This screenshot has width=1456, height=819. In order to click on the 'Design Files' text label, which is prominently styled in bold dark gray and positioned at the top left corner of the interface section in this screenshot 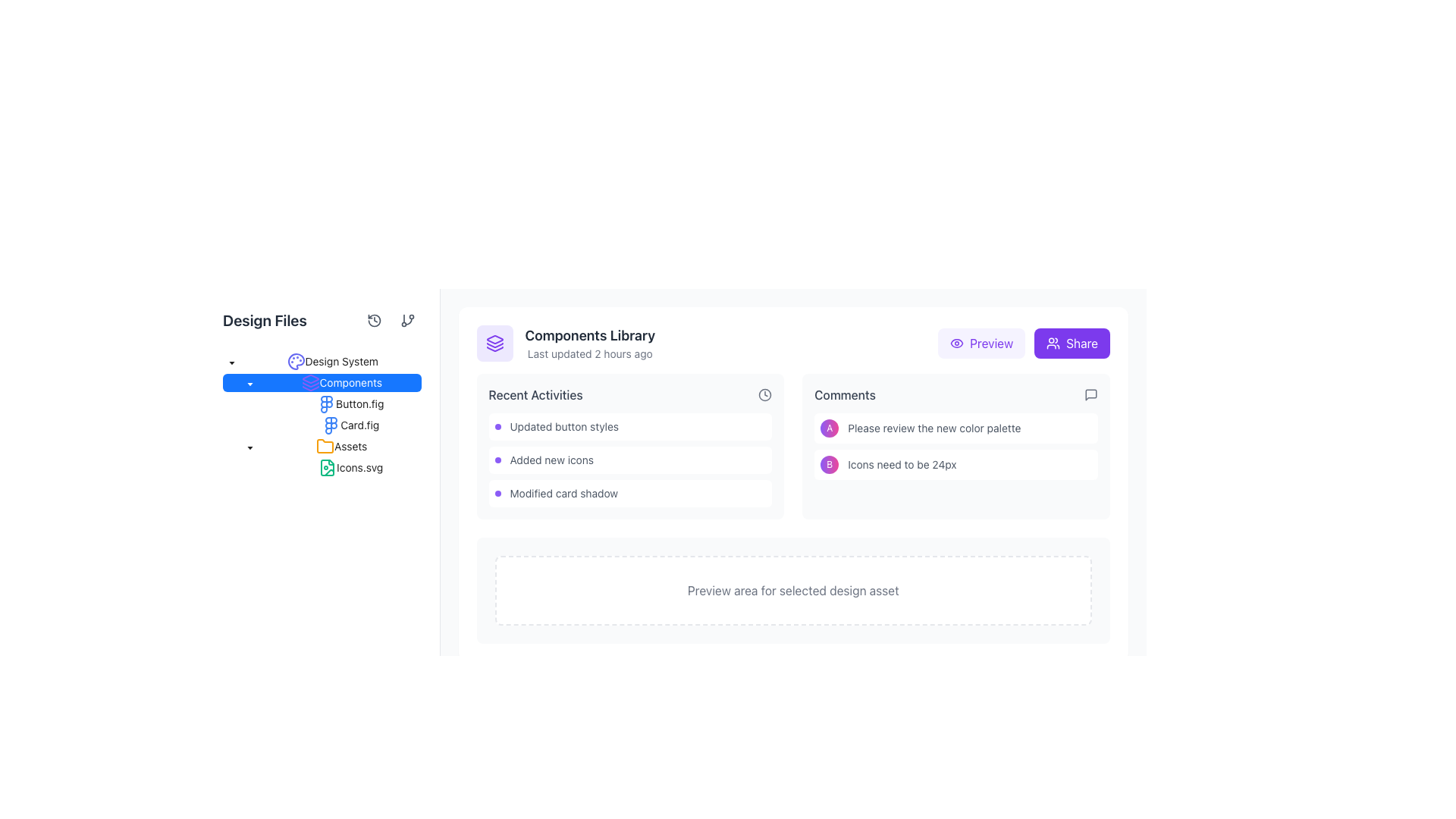, I will do `click(265, 320)`.